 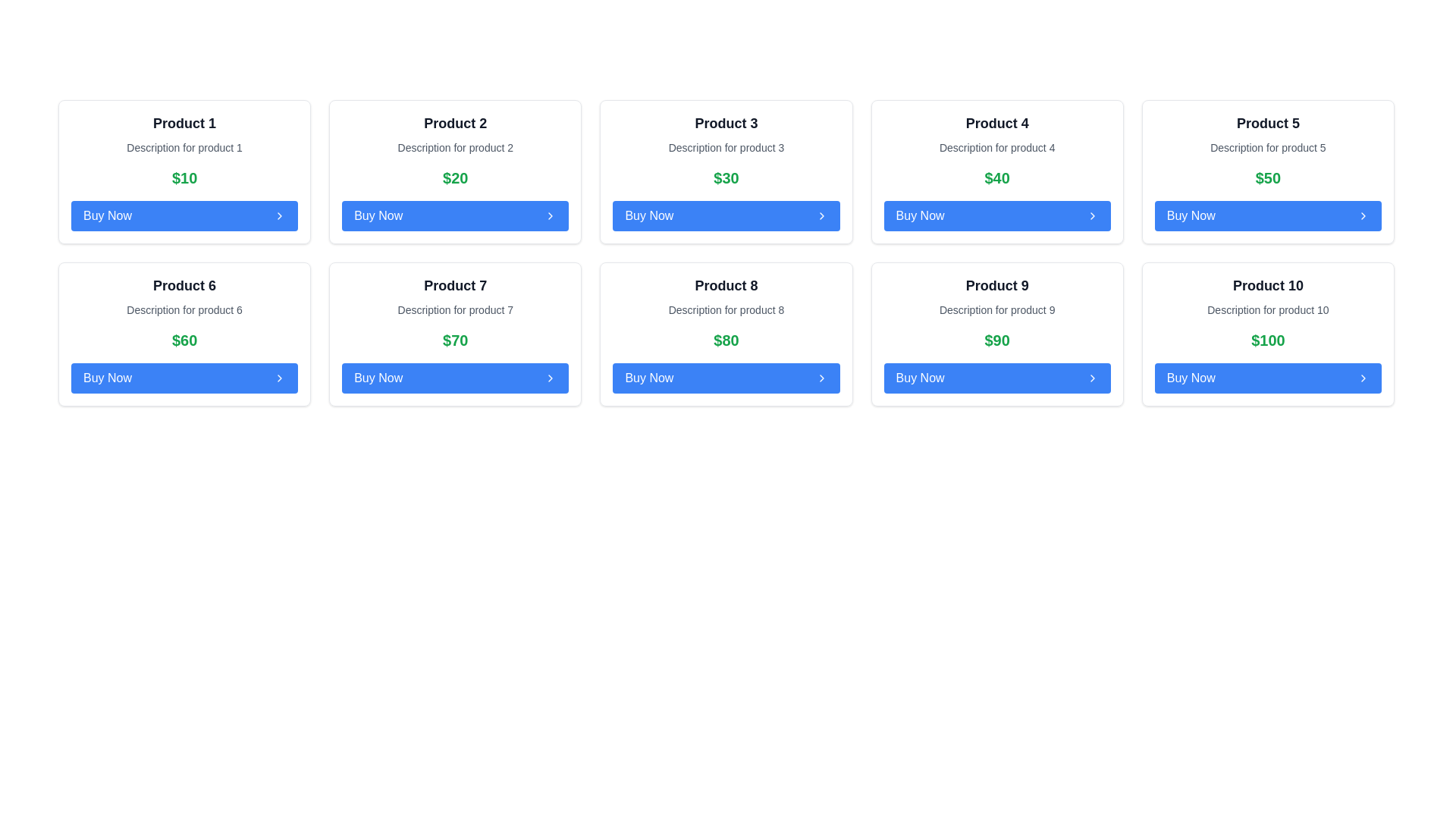 I want to click on the static text label that functions as the title for 'Product 3', positioned at the top of the third card in the first row of the grid layout, so click(x=726, y=122).